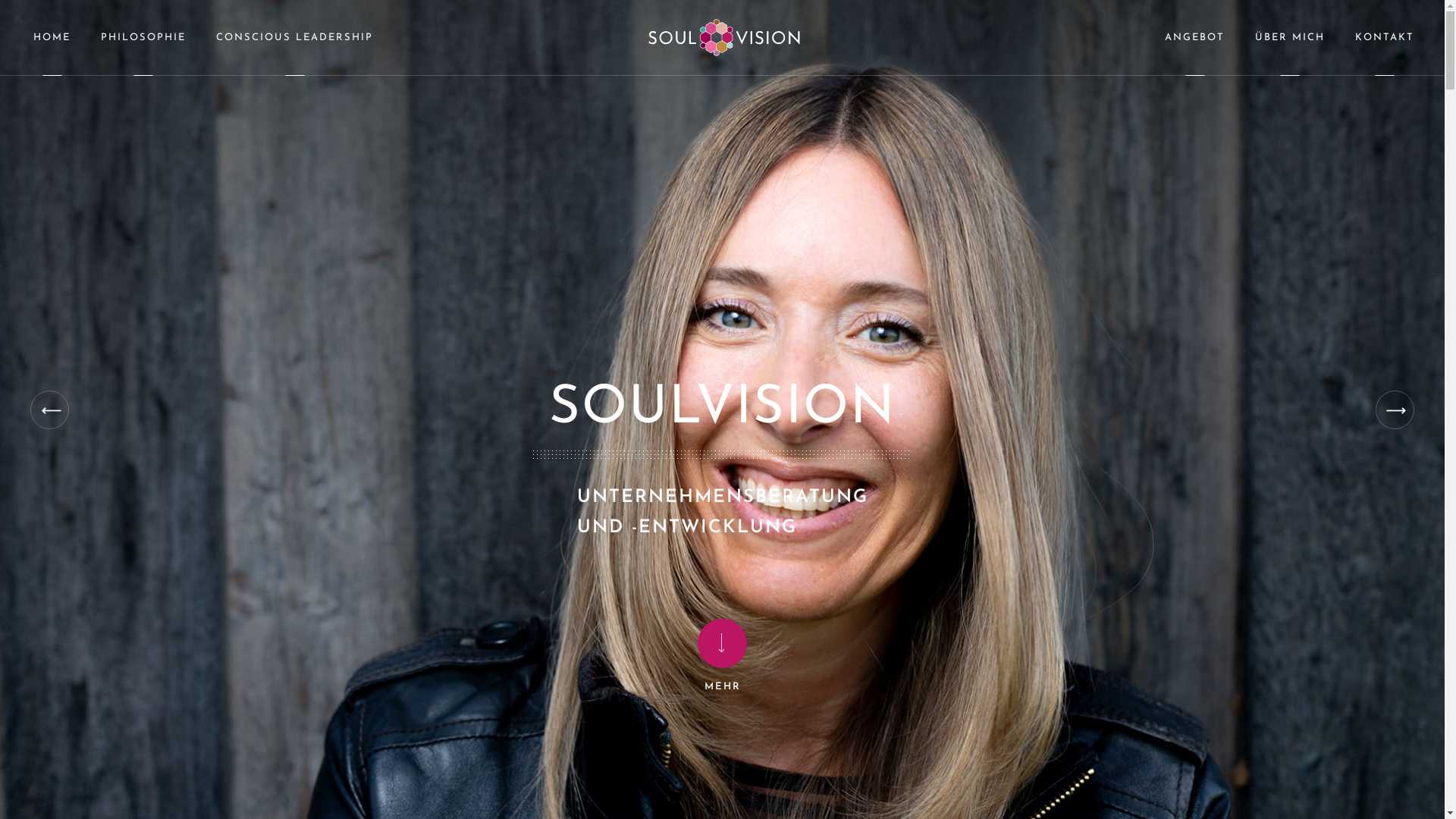 The height and width of the screenshot is (819, 1456). I want to click on 'PHILOSOPHIE', so click(85, 36).